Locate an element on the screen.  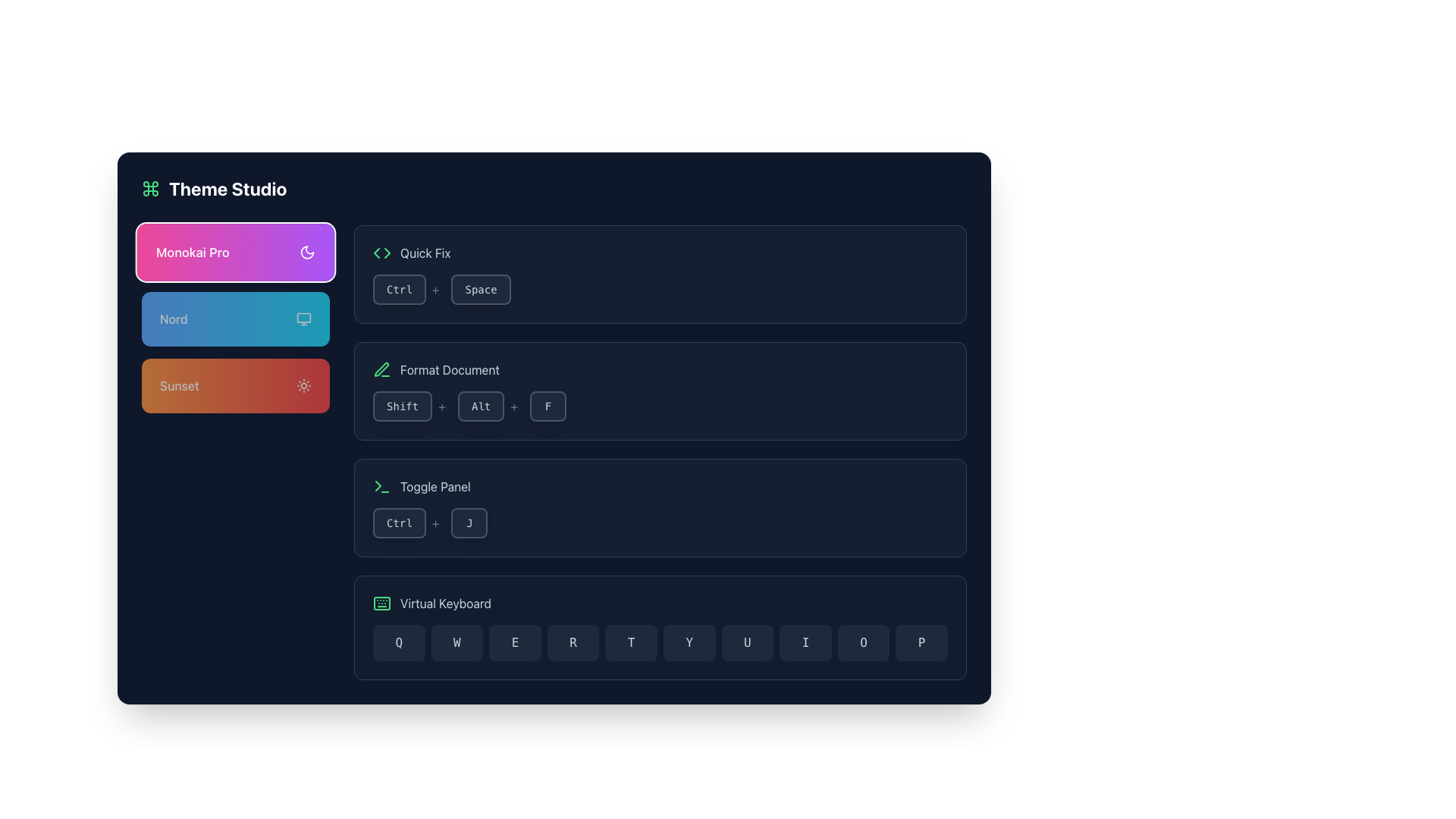
the 'Sunset' theme icon located on the right segment of the 'Sunset' block, which is the third entry in the vertical list of theme options in the 'Theme Studio' is located at coordinates (303, 385).